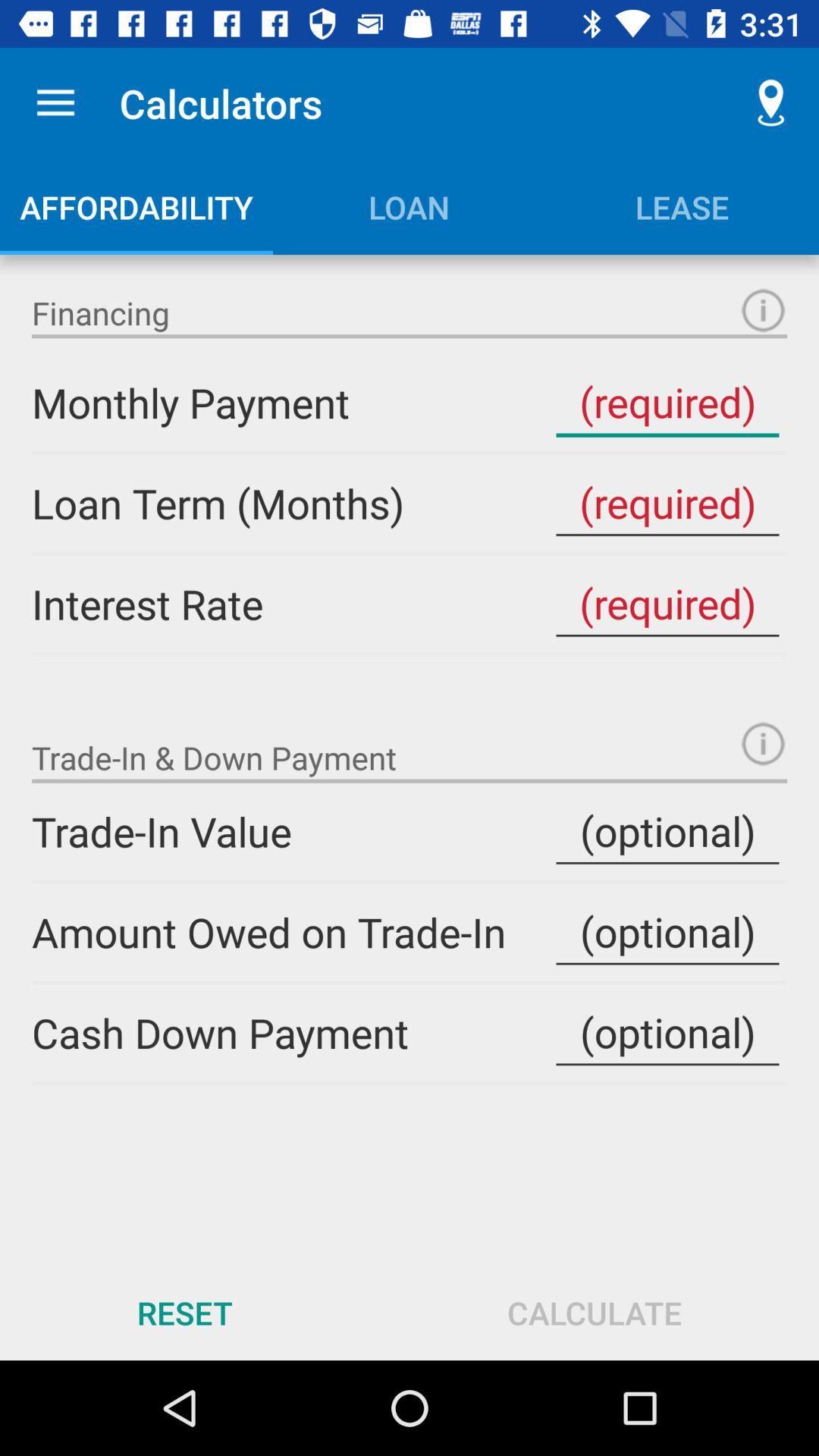 The height and width of the screenshot is (1456, 819). What do you see at coordinates (763, 309) in the screenshot?
I see `the icon to the right of the financing icon` at bounding box center [763, 309].